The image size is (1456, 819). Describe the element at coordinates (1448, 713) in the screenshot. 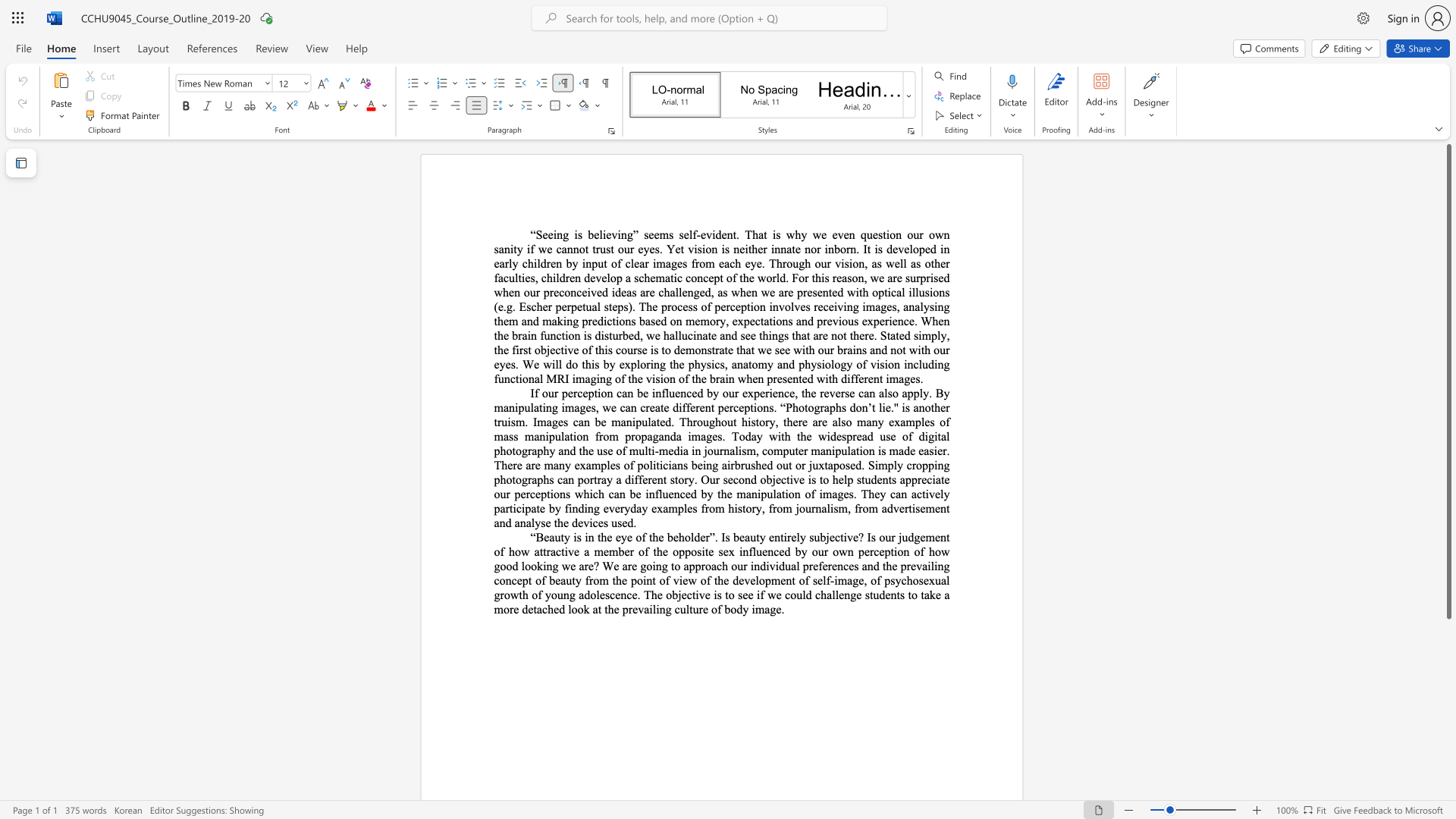

I see `the scrollbar to move the content lower` at that location.